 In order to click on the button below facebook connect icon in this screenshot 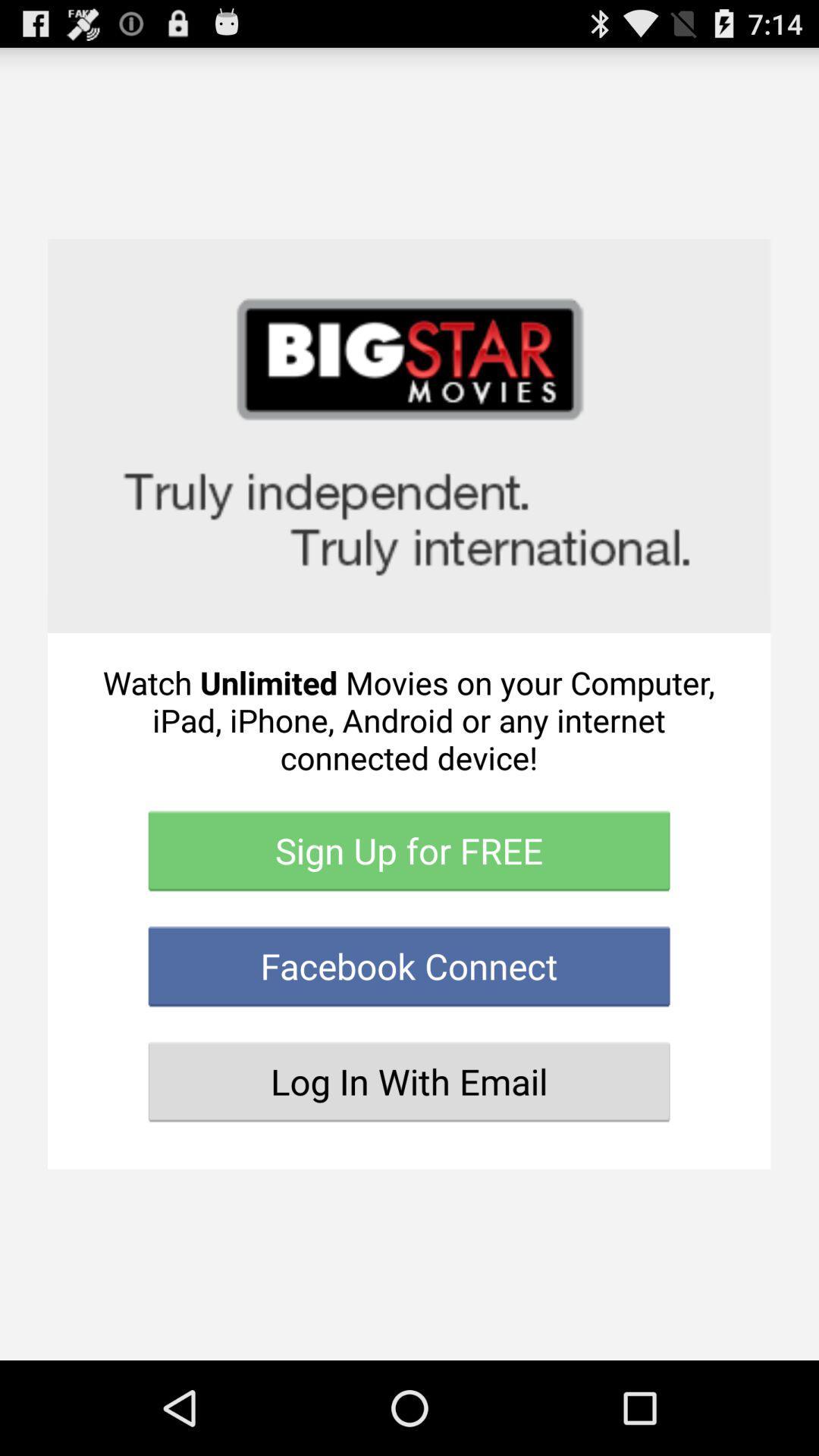, I will do `click(408, 1081)`.